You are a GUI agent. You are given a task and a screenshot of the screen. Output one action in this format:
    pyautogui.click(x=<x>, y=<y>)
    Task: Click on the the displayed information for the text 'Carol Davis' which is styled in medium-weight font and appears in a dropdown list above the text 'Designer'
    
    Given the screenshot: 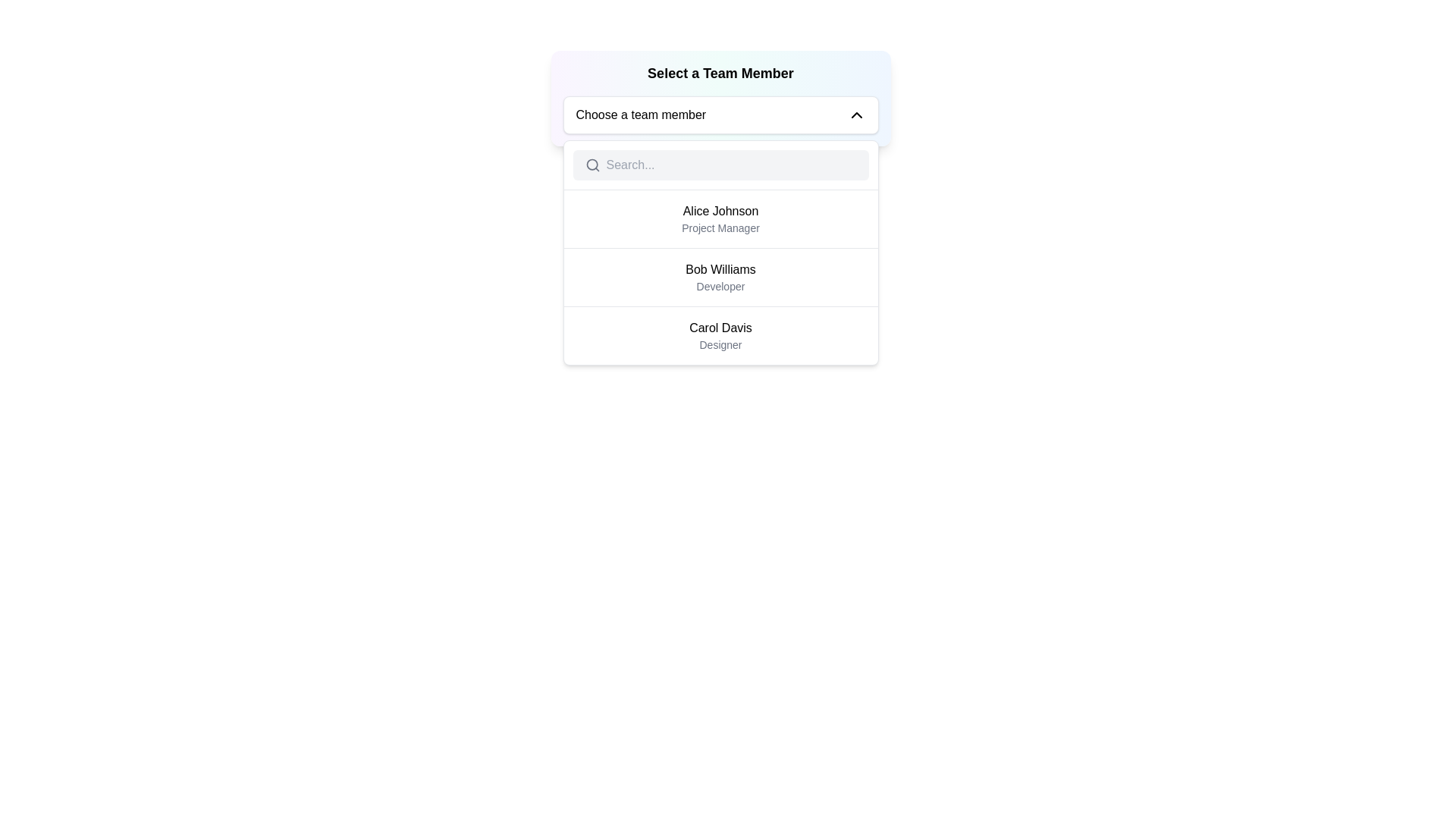 What is the action you would take?
    pyautogui.click(x=720, y=327)
    